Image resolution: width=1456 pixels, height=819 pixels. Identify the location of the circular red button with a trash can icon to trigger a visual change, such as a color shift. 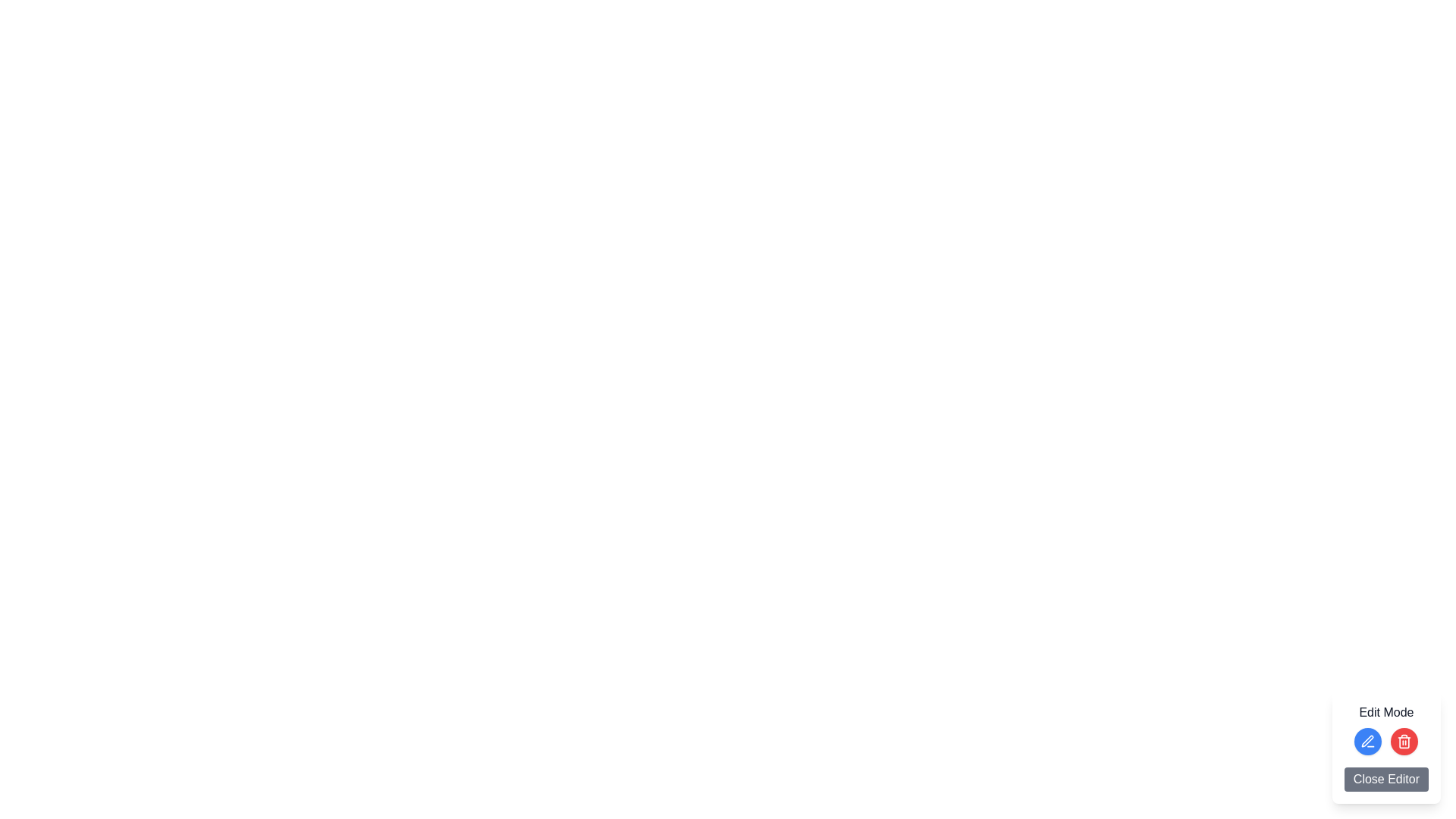
(1404, 741).